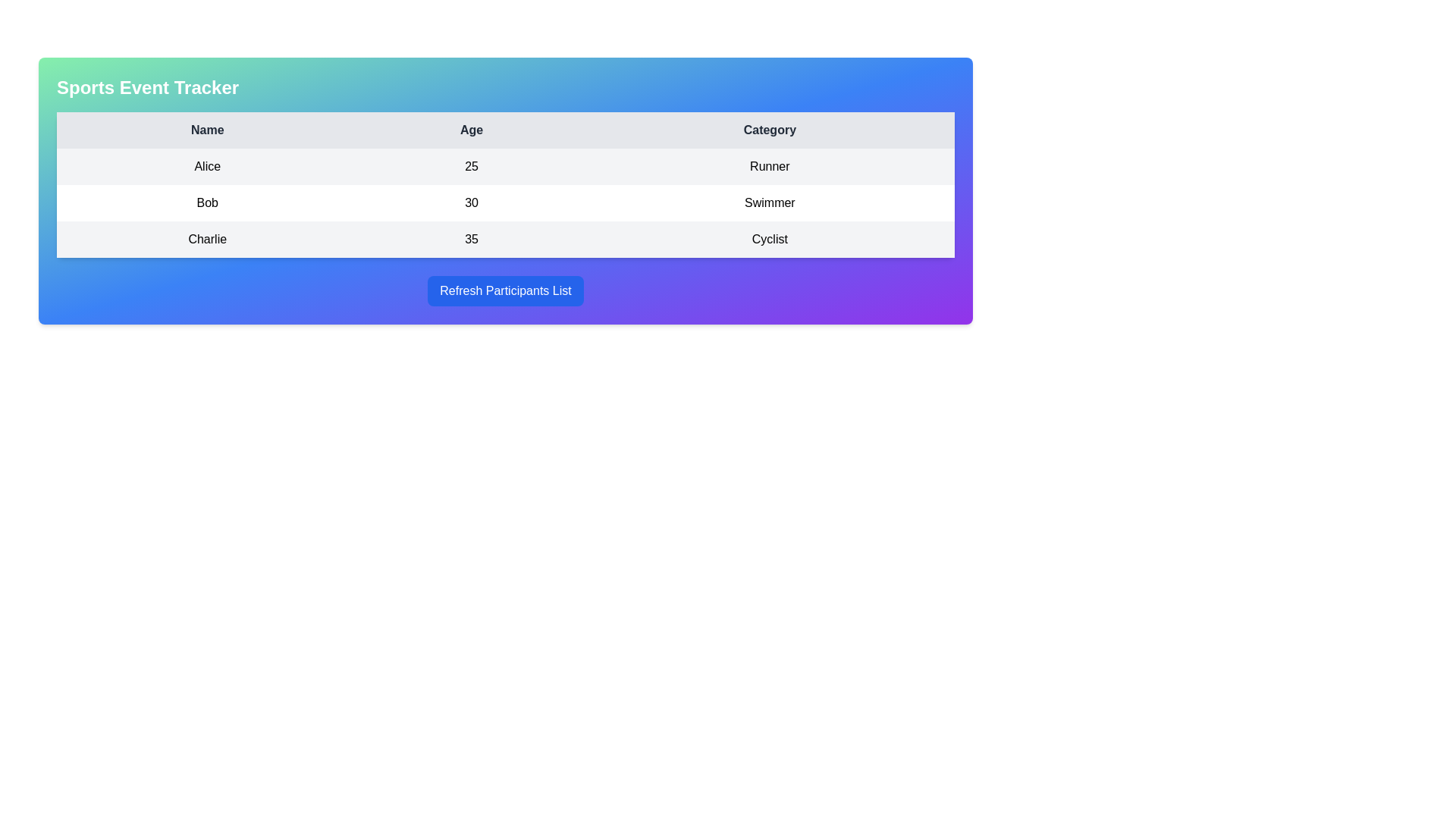 The width and height of the screenshot is (1456, 819). I want to click on the 'Category' text label which is styled with dark text on a light gray background, located in the third column of the header row of the table, so click(770, 130).